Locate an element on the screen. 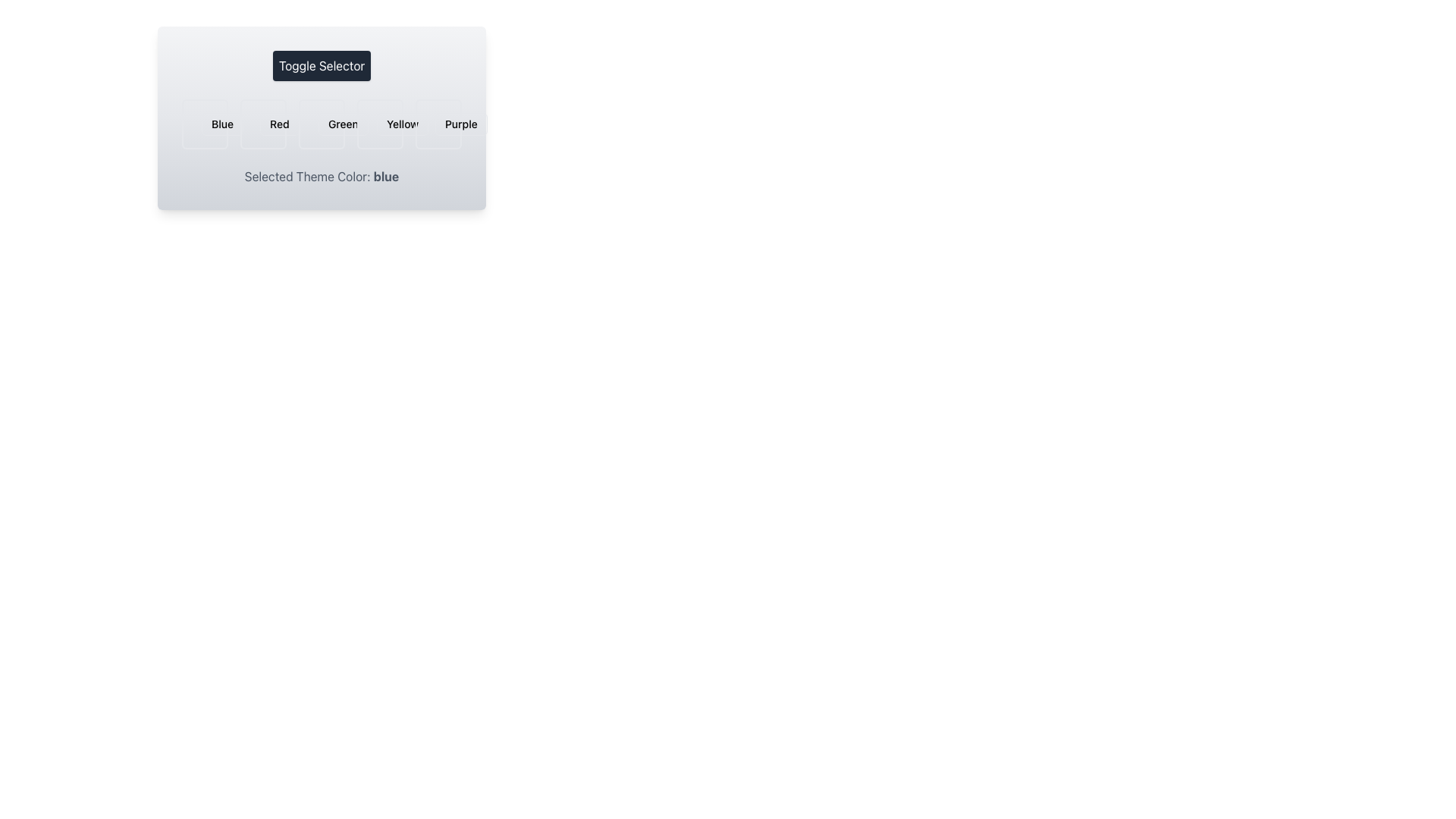  the 'Red' theme color button, which is the second button in a horizontal row of color selection buttons is located at coordinates (279, 124).